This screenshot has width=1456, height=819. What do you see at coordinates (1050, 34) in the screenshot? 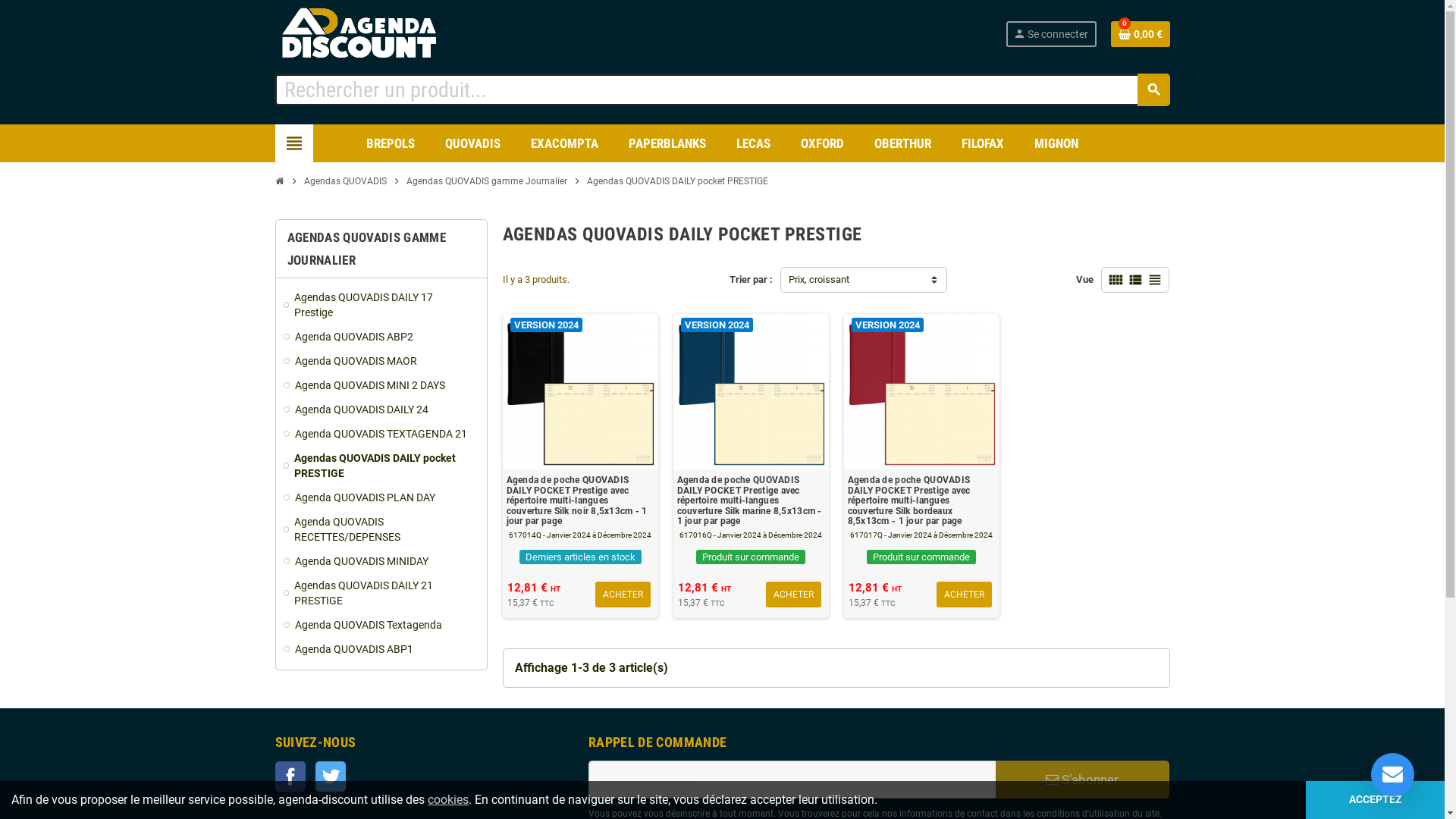
I see `'person` at bounding box center [1050, 34].